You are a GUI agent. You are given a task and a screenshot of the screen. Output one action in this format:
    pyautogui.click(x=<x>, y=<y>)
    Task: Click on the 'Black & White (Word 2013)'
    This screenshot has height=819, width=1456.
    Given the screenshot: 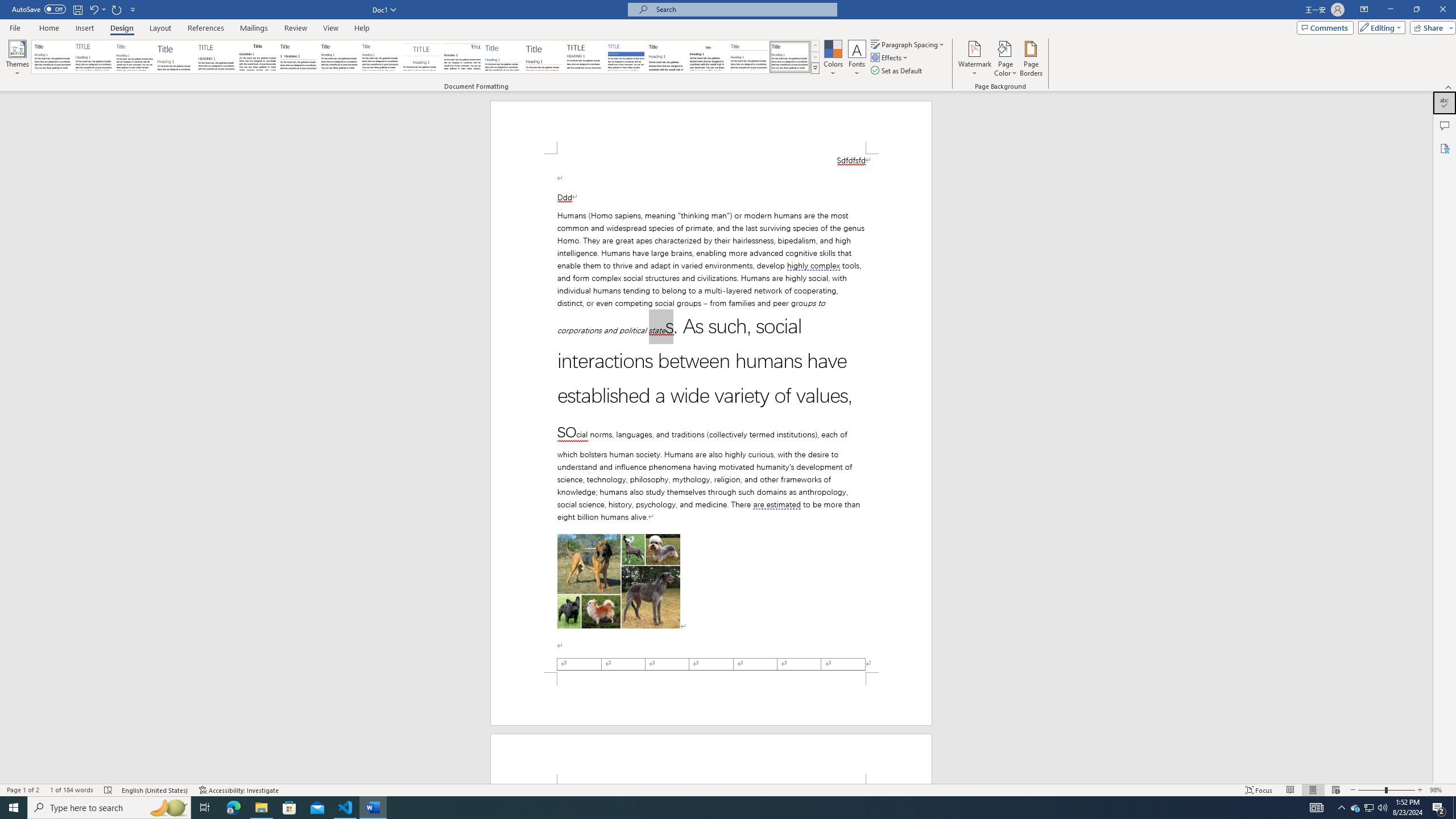 What is the action you would take?
    pyautogui.click(x=338, y=56)
    